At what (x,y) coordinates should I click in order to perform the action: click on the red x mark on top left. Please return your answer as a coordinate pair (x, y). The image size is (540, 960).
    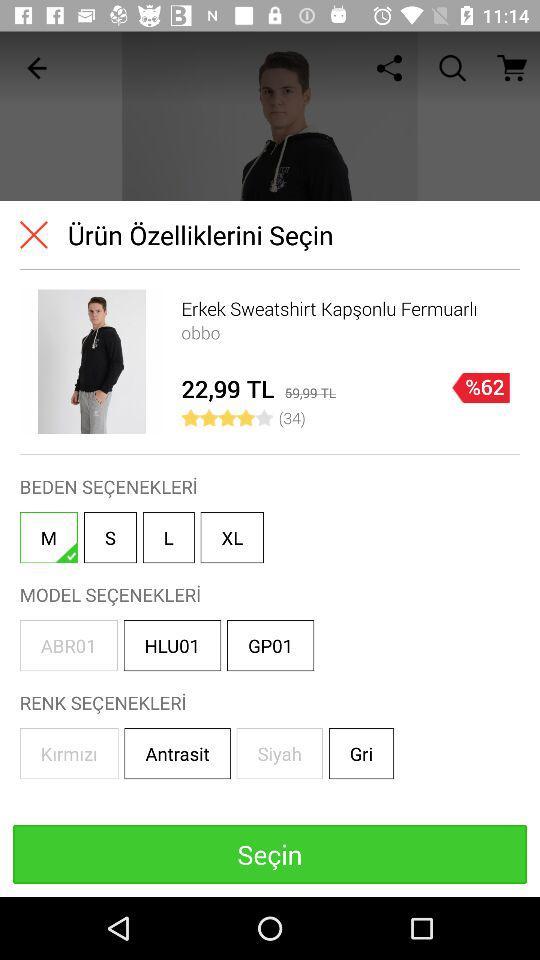
    Looking at the image, I should click on (33, 235).